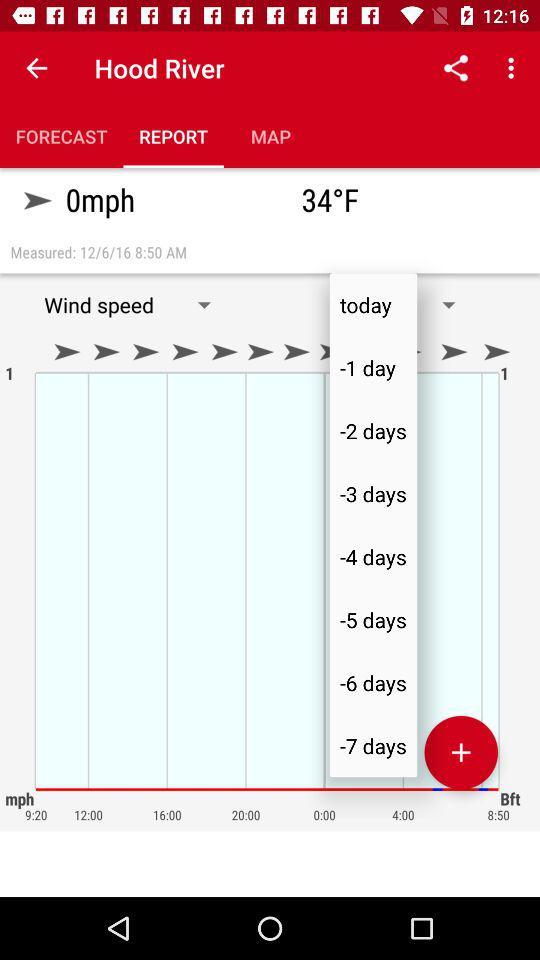 The image size is (540, 960). I want to click on icon, so click(461, 751).